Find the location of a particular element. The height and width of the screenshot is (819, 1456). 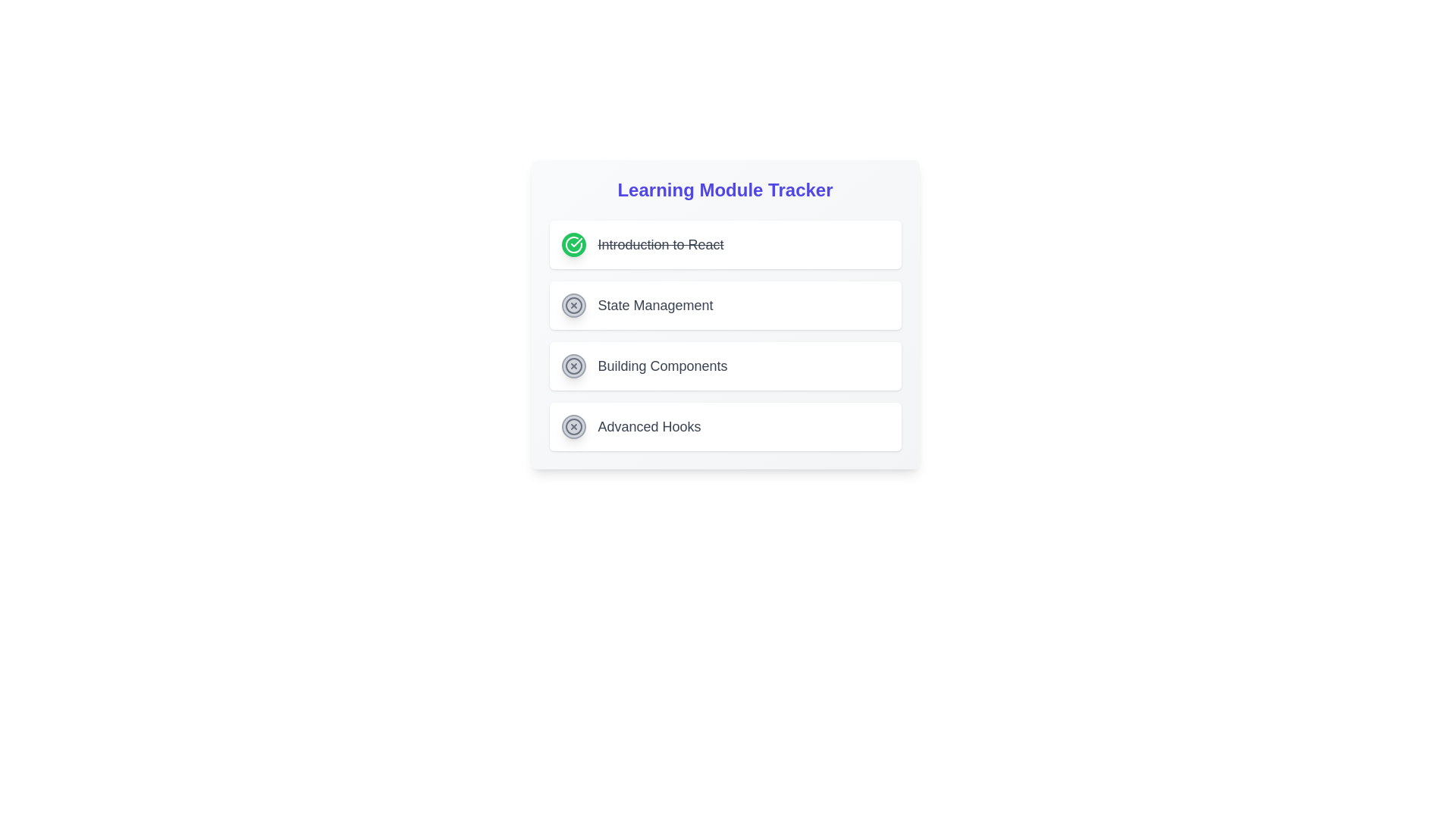

the status indication of the green checkmark icon located to the left of the 'Introduction to React' text in the 'Learning Module Tracker' section is located at coordinates (573, 244).